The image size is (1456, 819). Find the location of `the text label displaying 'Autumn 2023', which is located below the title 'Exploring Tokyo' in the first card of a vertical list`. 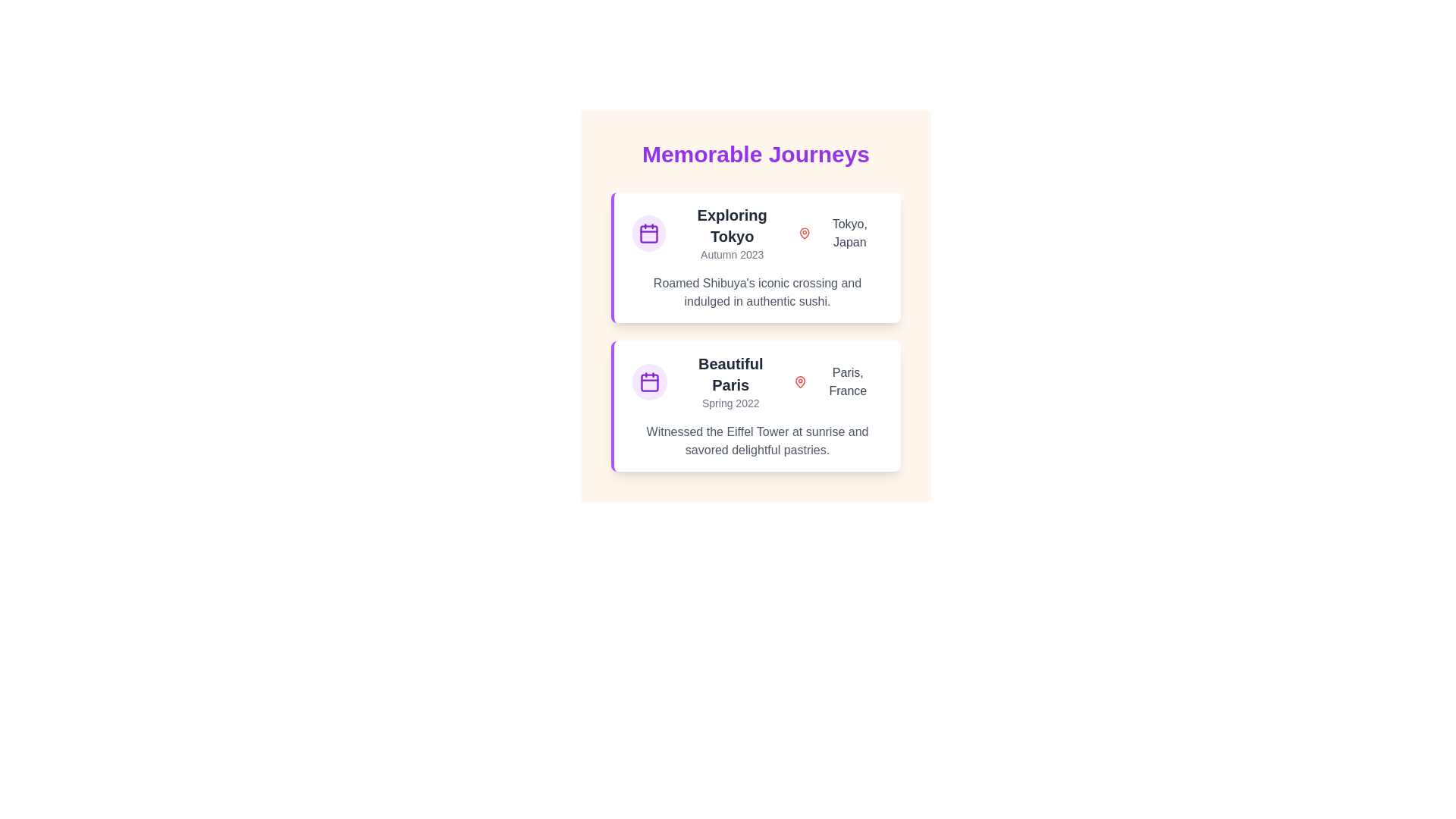

the text label displaying 'Autumn 2023', which is located below the title 'Exploring Tokyo' in the first card of a vertical list is located at coordinates (732, 253).